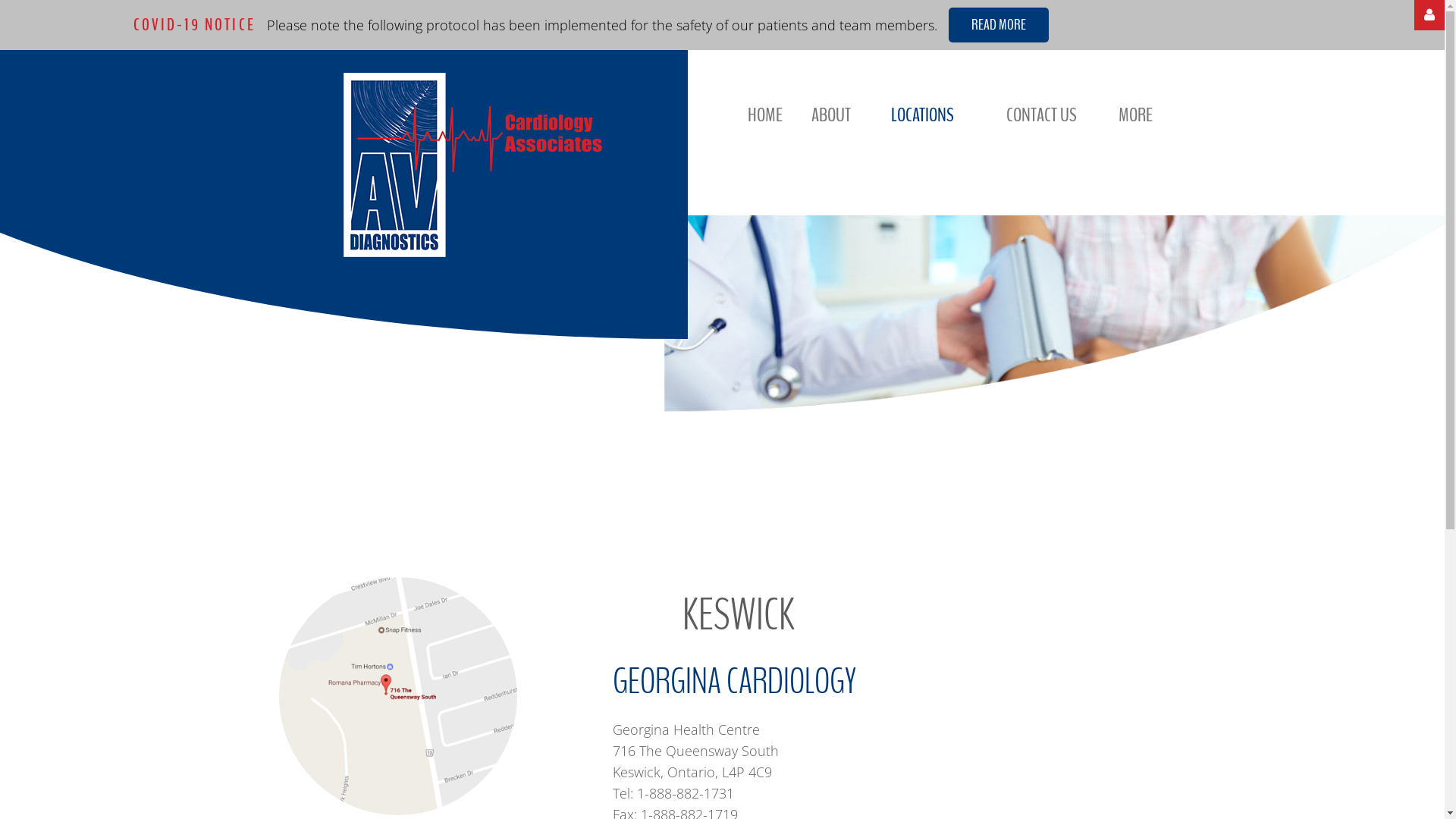  I want to click on 'CONTACT US', so click(1006, 114).